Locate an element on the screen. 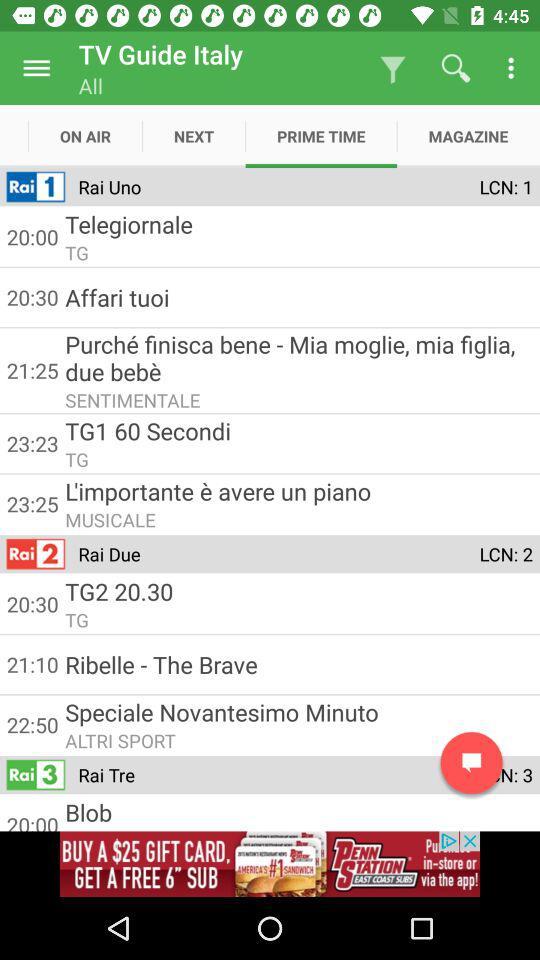 The width and height of the screenshot is (540, 960). menu is located at coordinates (36, 68).